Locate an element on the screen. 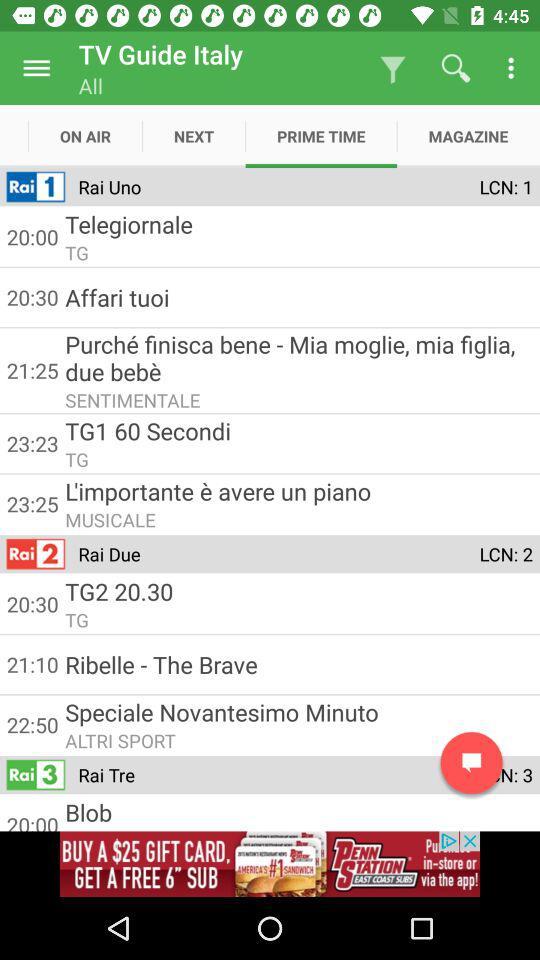 The width and height of the screenshot is (540, 960). menu is located at coordinates (36, 68).